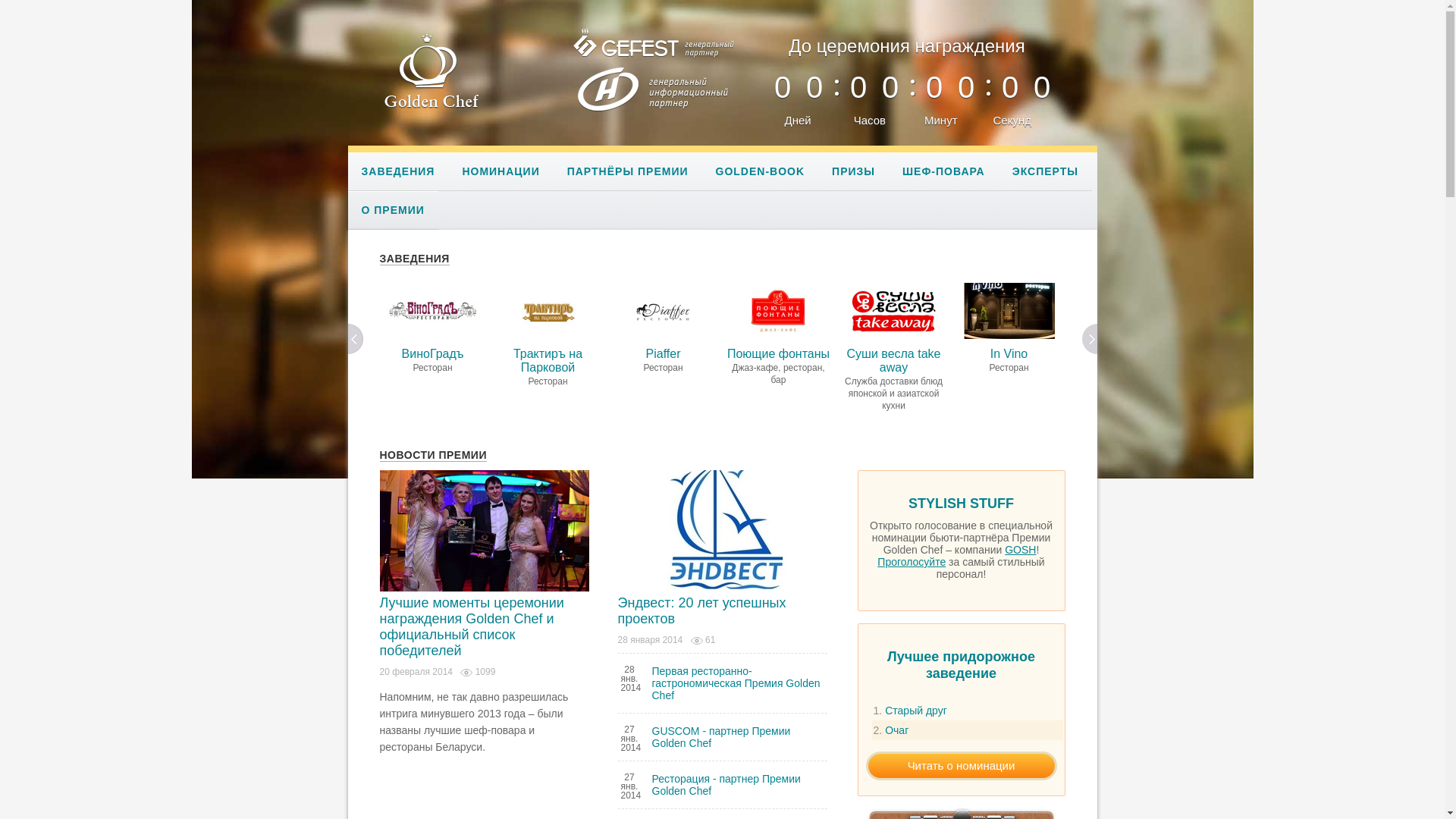 The height and width of the screenshot is (819, 1456). Describe the element at coordinates (356, 338) in the screenshot. I see `'Prev'` at that location.